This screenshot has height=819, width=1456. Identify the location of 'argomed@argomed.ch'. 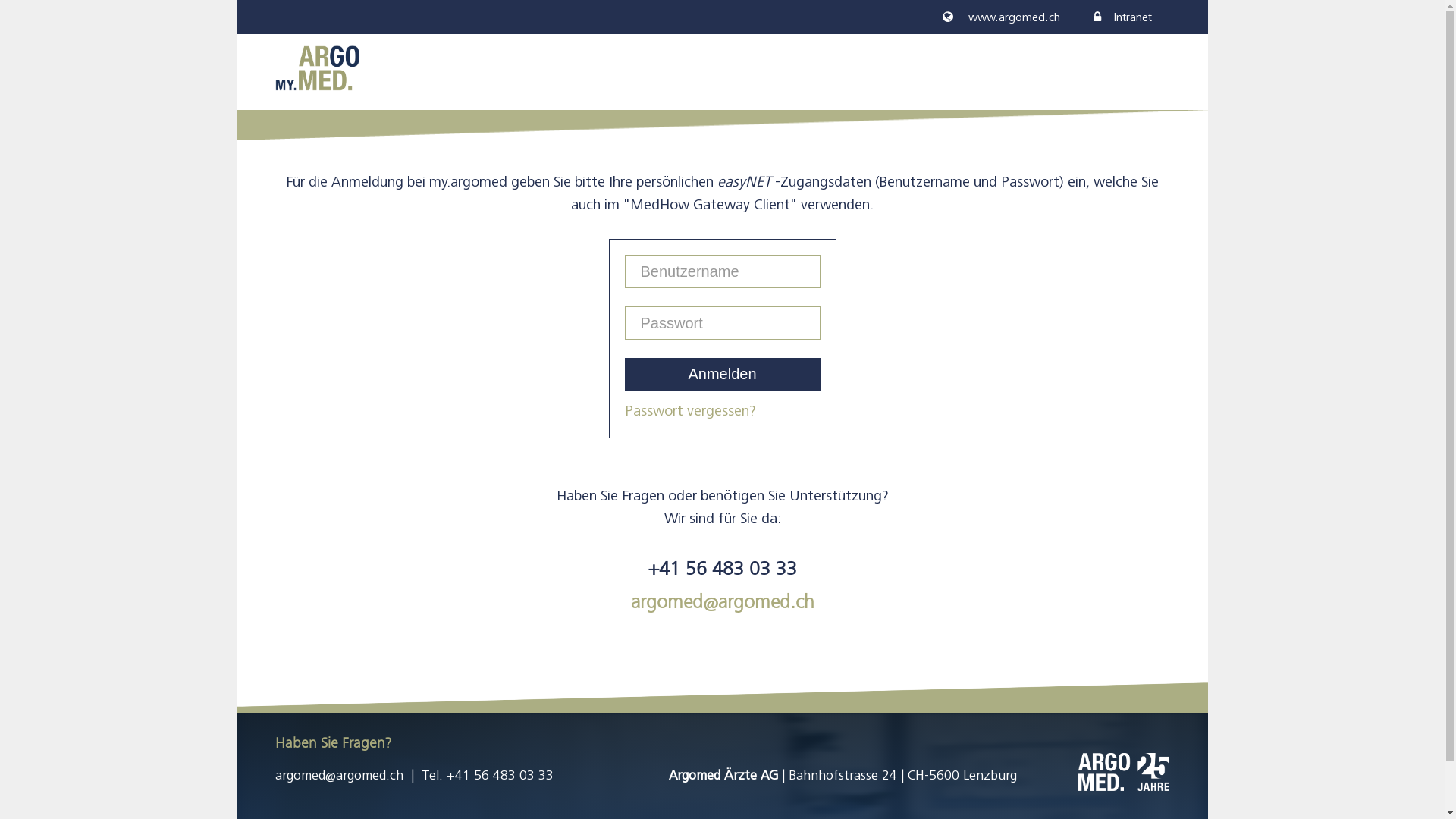
(337, 775).